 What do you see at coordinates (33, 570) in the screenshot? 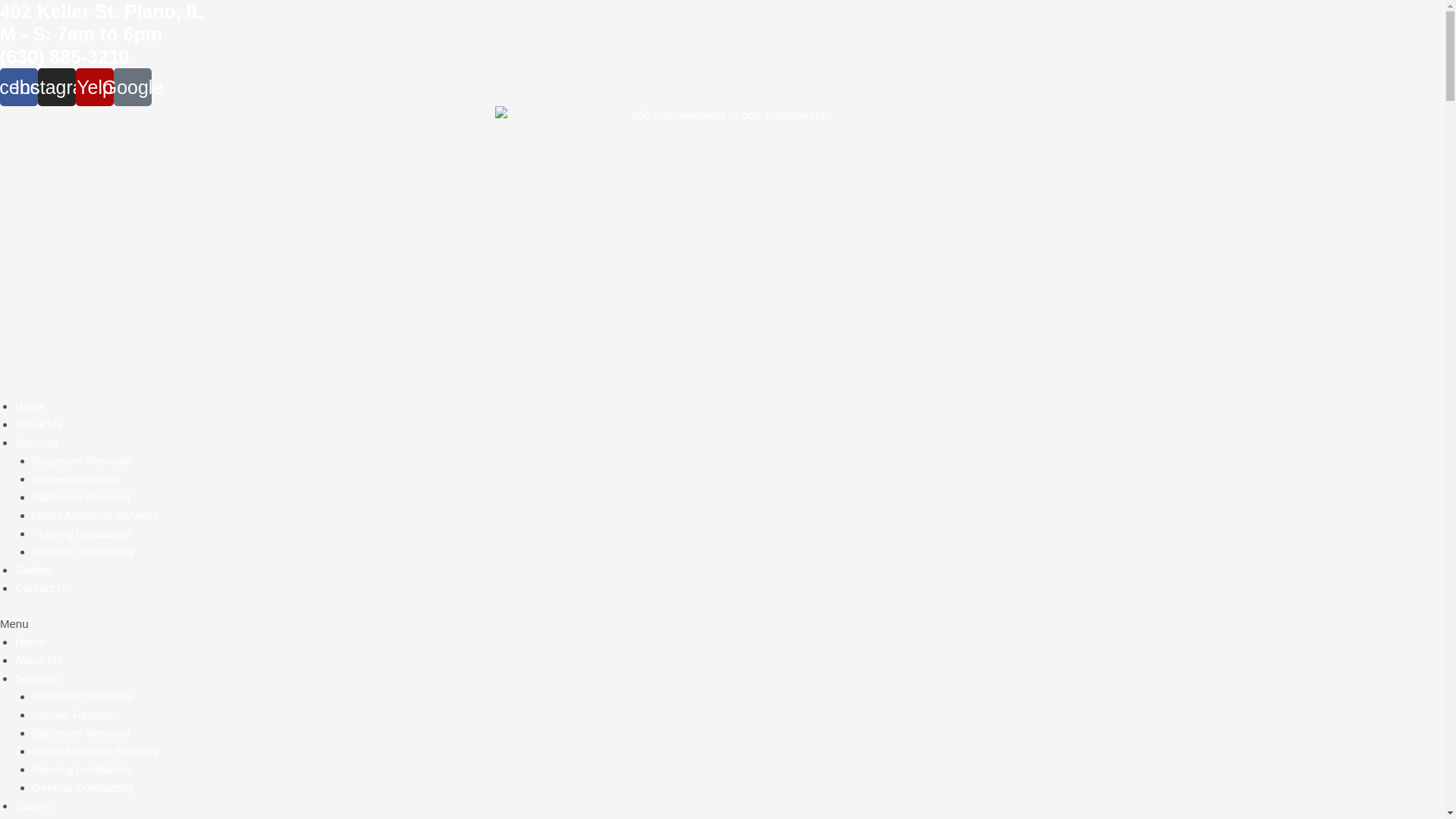
I see `'Gallery'` at bounding box center [33, 570].